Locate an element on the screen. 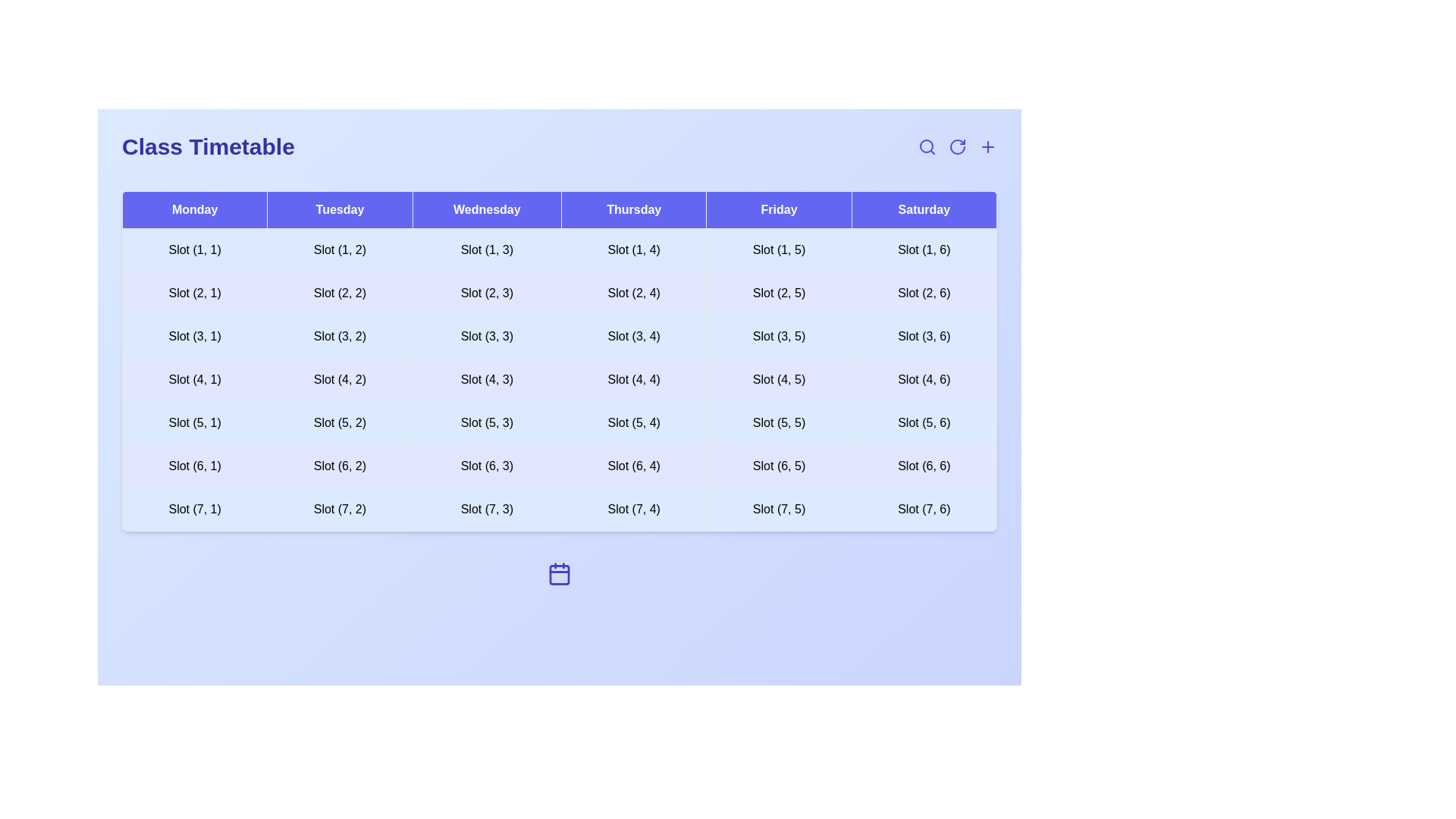 This screenshot has width=1456, height=819. the calendar icon at the bottom center of the component is located at coordinates (559, 573).